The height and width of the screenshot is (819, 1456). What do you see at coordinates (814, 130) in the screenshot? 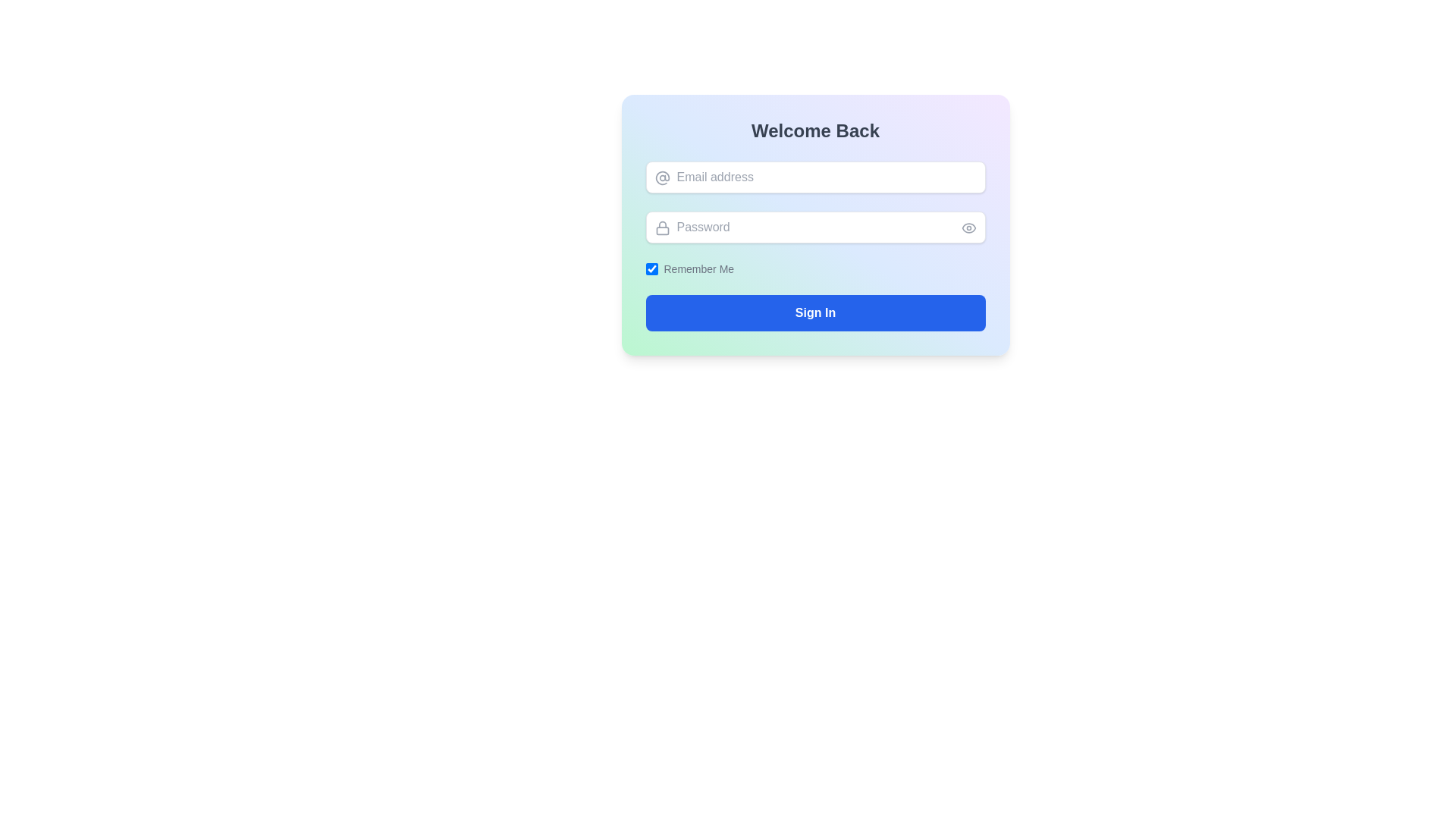
I see `the 'Welcome Back' text heading, which is displayed in bold, large font and dark gray color` at bounding box center [814, 130].